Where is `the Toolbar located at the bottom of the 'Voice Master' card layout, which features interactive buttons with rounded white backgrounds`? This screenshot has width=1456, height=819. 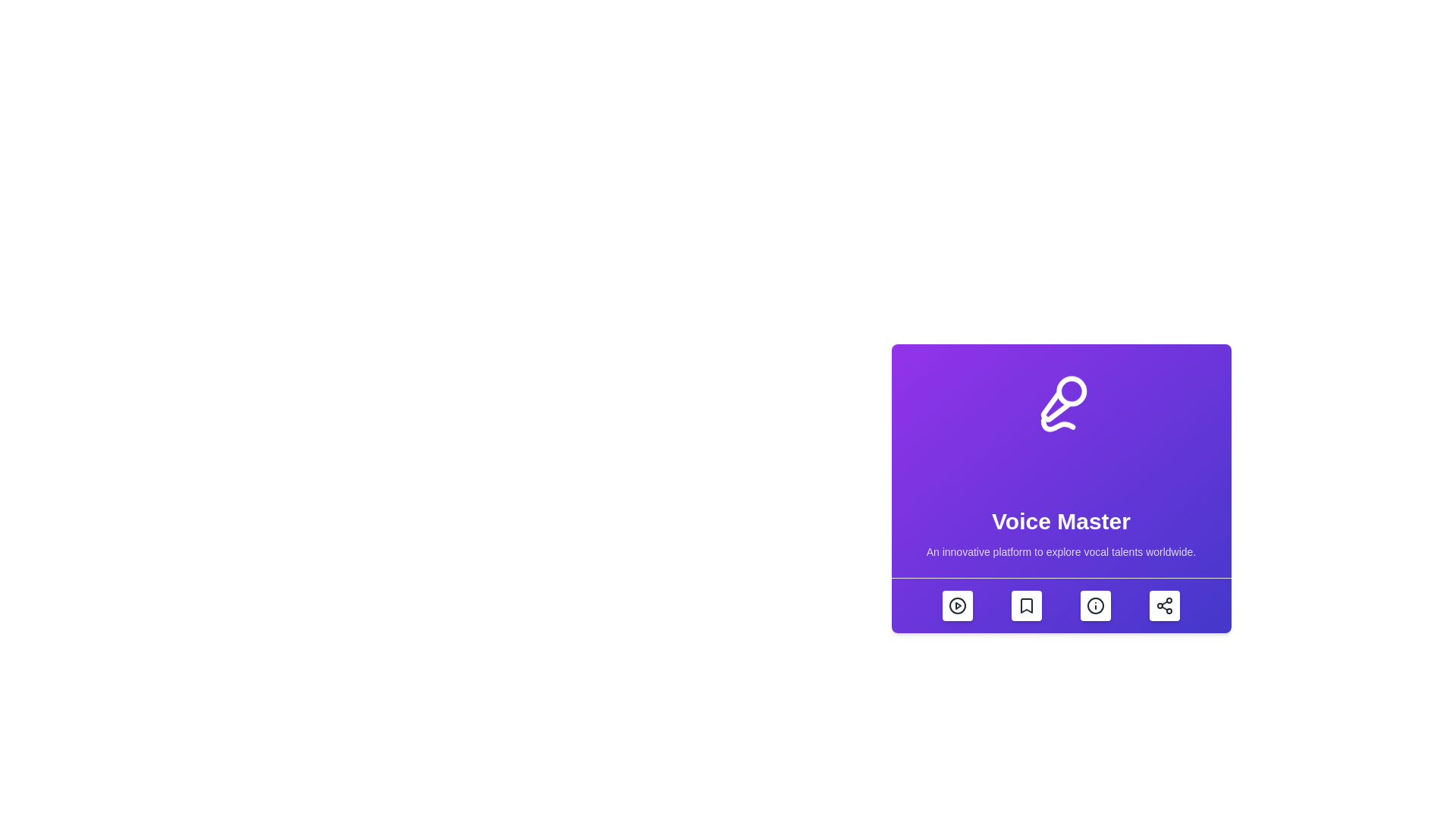
the Toolbar located at the bottom of the 'Voice Master' card layout, which features interactive buttons with rounded white backgrounds is located at coordinates (1060, 604).